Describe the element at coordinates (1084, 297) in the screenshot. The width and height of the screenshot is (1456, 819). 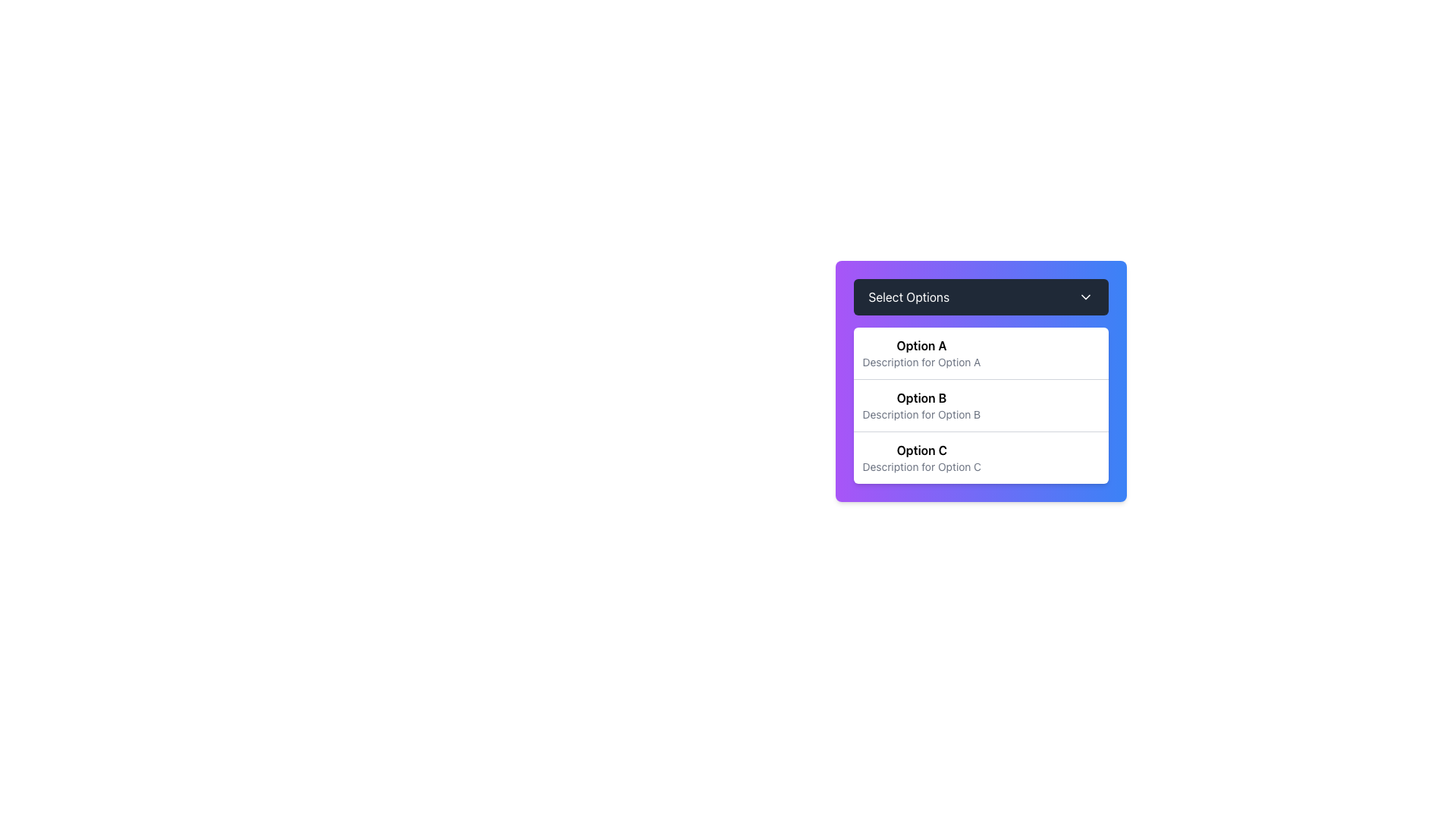
I see `the downward chevron icon located at the far right of the 'Select Options' section` at that location.